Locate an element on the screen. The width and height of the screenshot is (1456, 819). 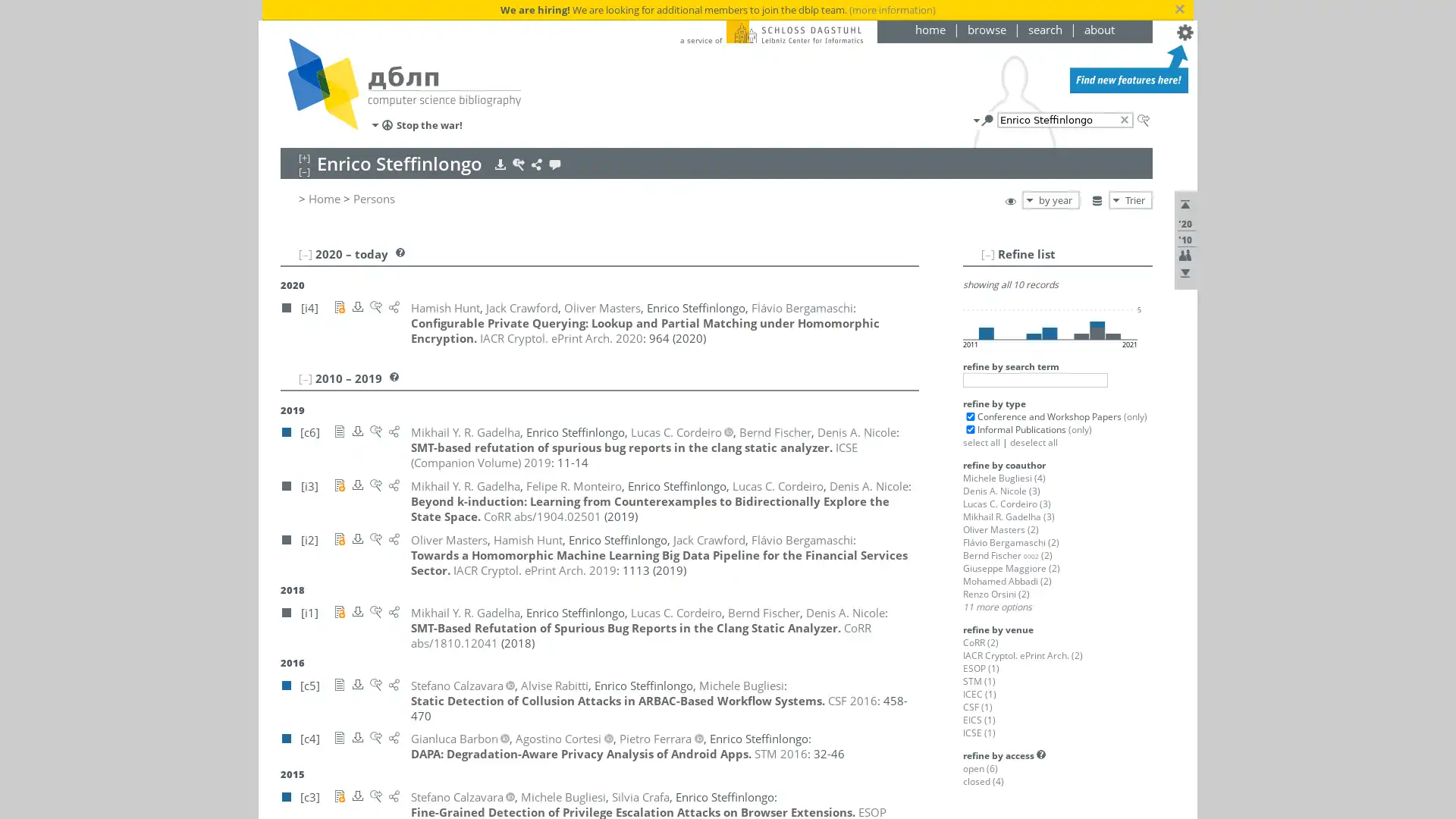
ESOP (1) is located at coordinates (981, 667).